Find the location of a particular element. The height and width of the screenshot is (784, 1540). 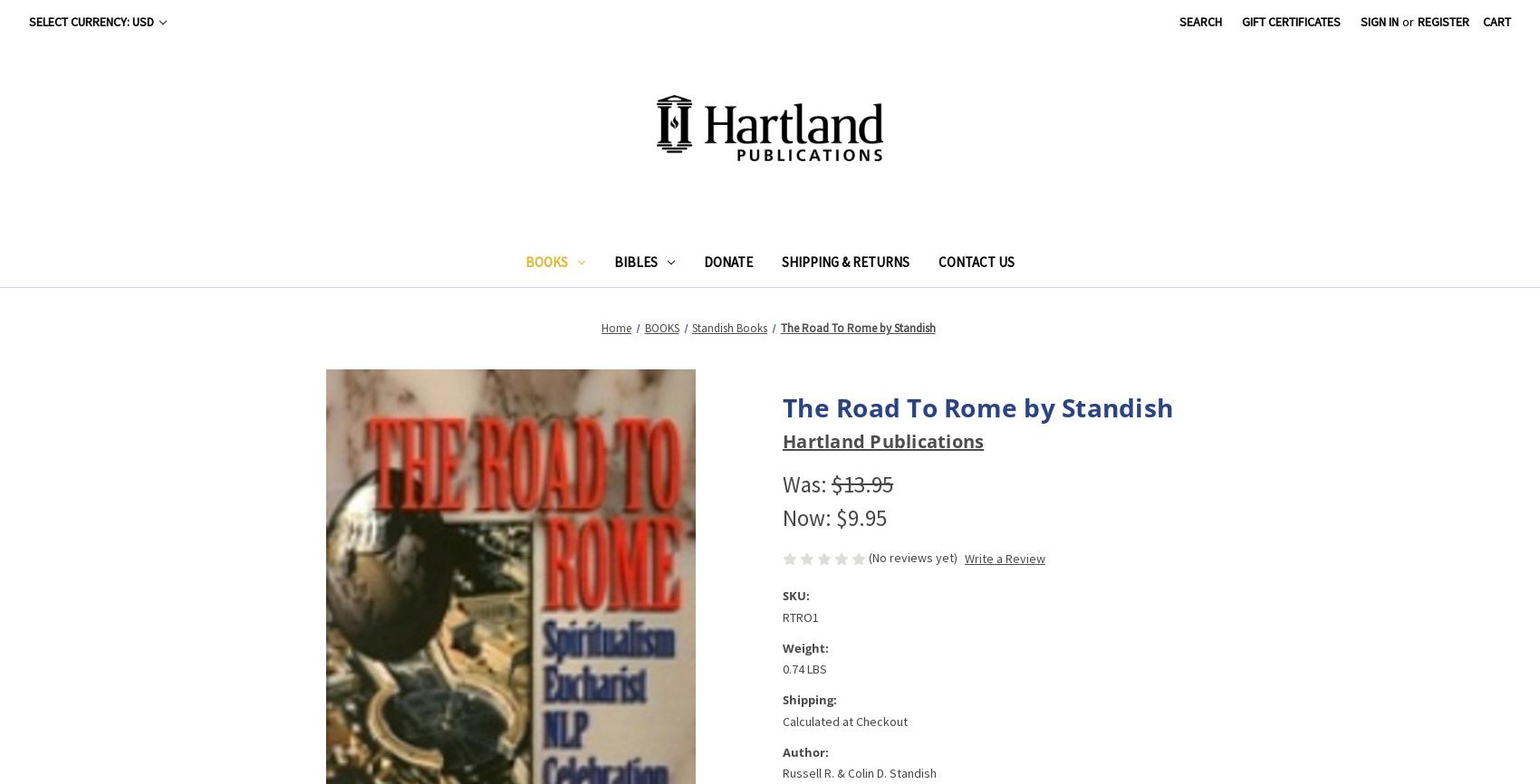

'Register' is located at coordinates (1443, 21).